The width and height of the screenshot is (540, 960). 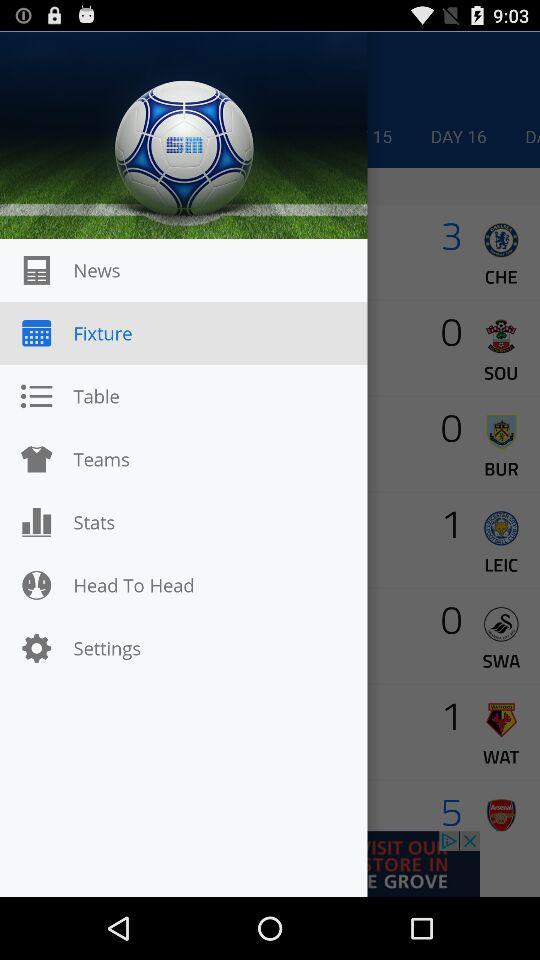 I want to click on the icon which is above che, so click(x=500, y=240).